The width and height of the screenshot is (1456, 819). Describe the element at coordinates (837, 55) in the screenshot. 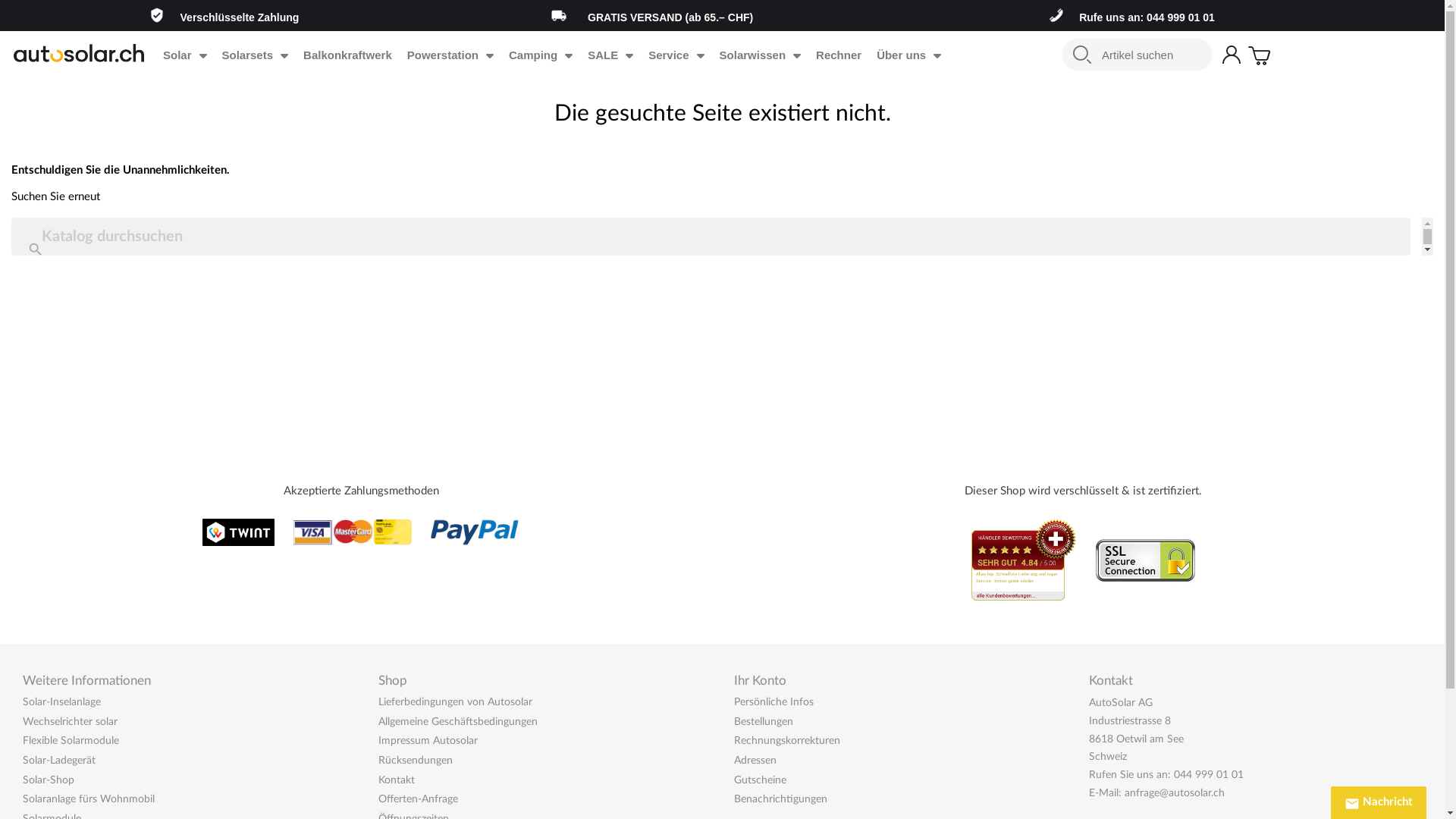

I see `'Rechner'` at that location.